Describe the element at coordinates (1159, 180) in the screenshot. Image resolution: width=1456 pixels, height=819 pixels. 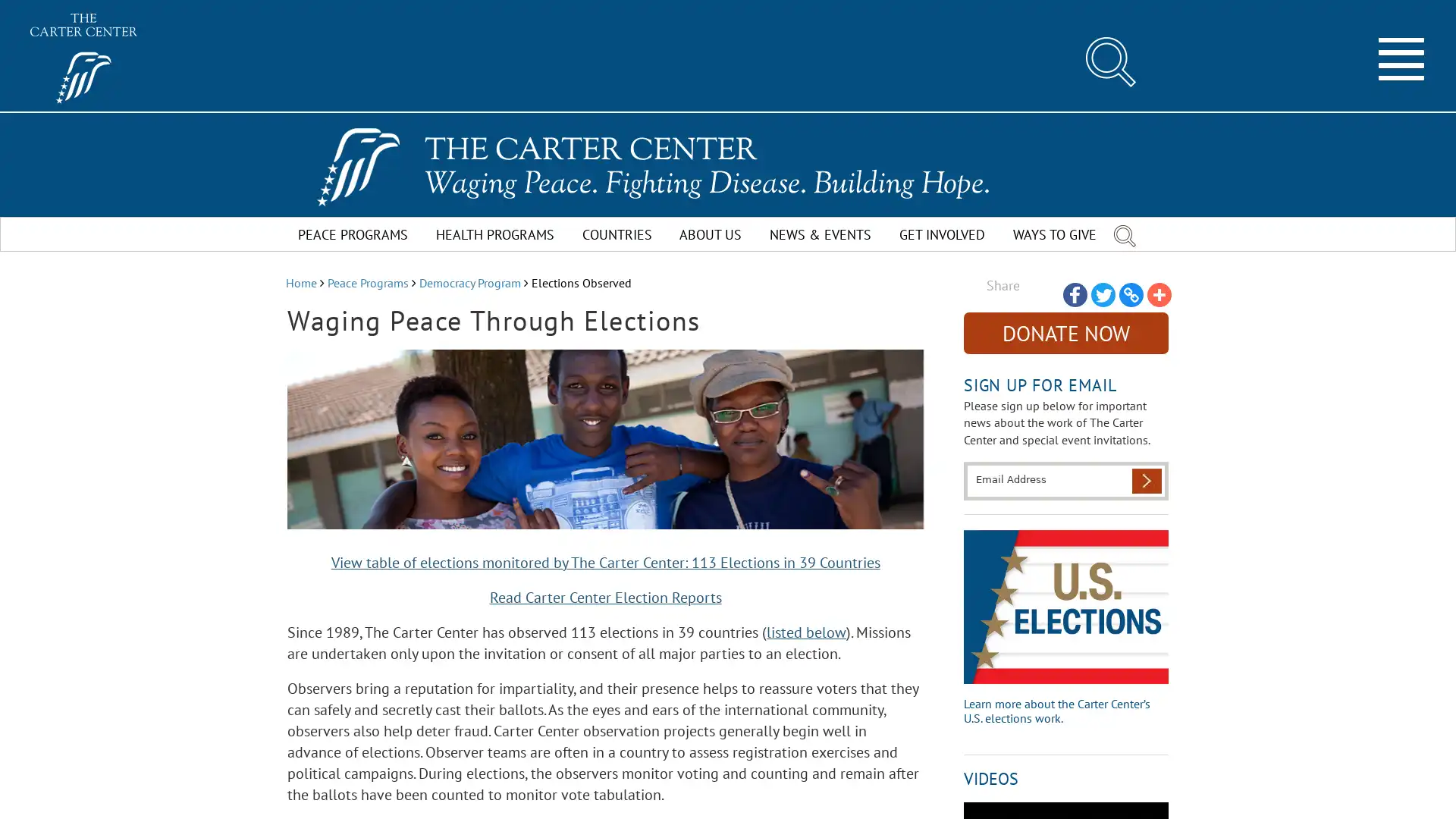
I see `Share to More` at that location.